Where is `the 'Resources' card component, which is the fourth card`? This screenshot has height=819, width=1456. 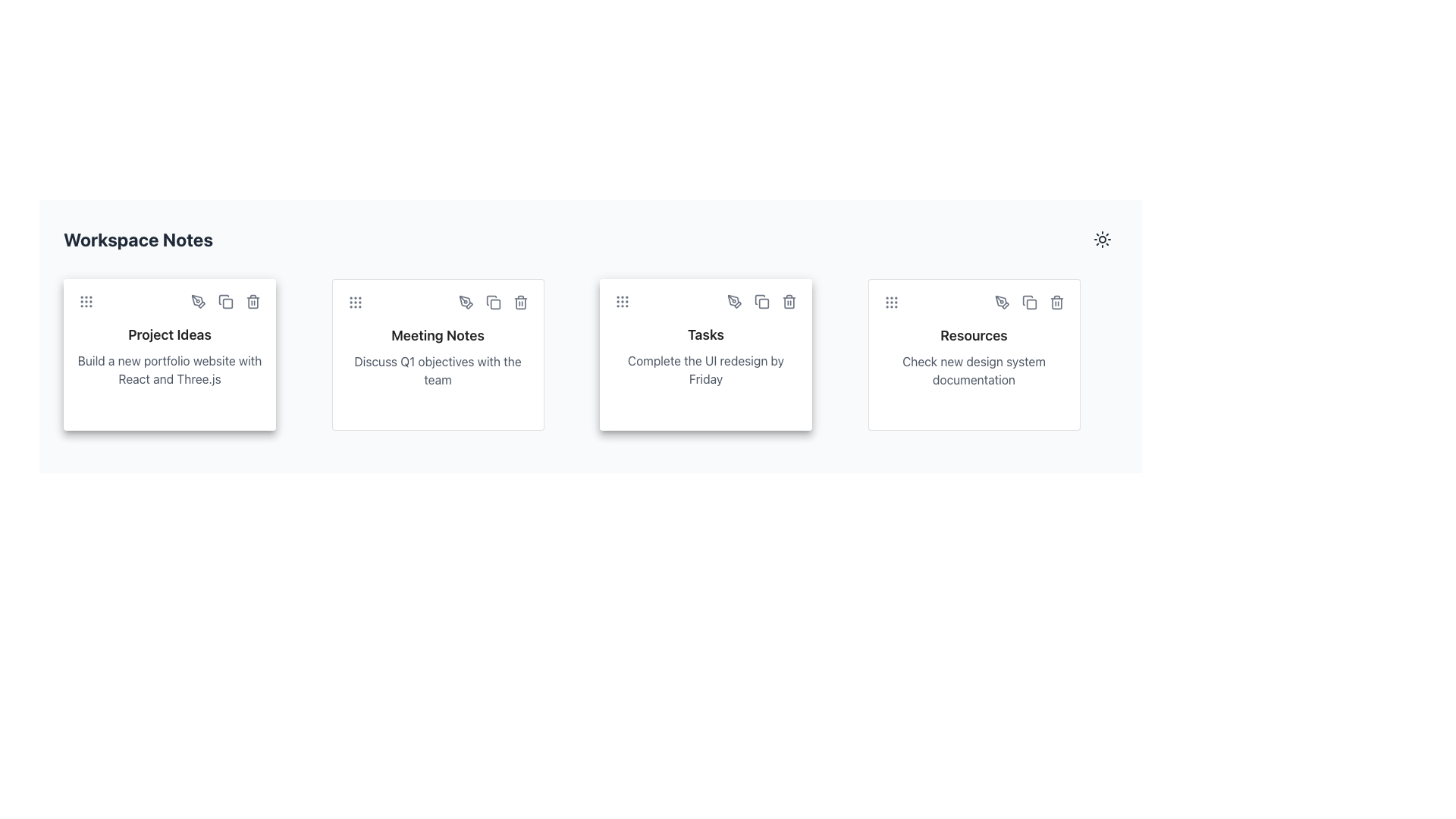 the 'Resources' card component, which is the fourth card is located at coordinates (974, 354).